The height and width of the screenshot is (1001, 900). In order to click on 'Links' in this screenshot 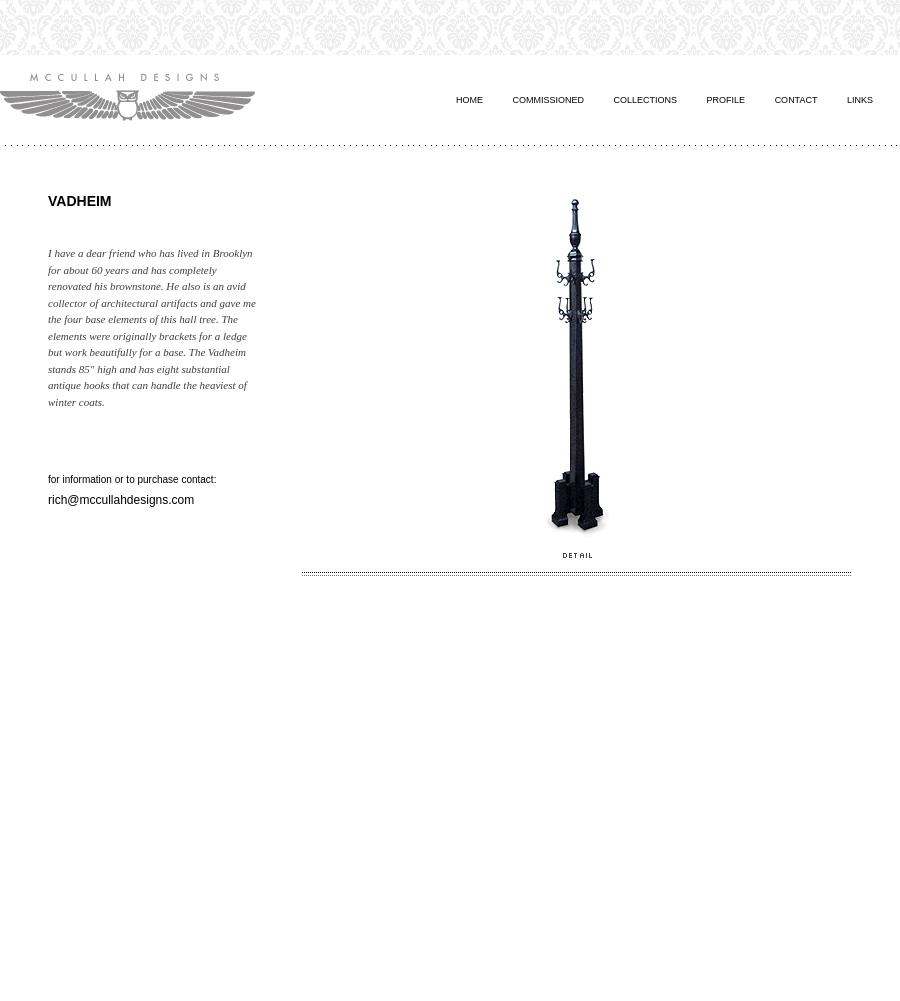, I will do `click(846, 98)`.